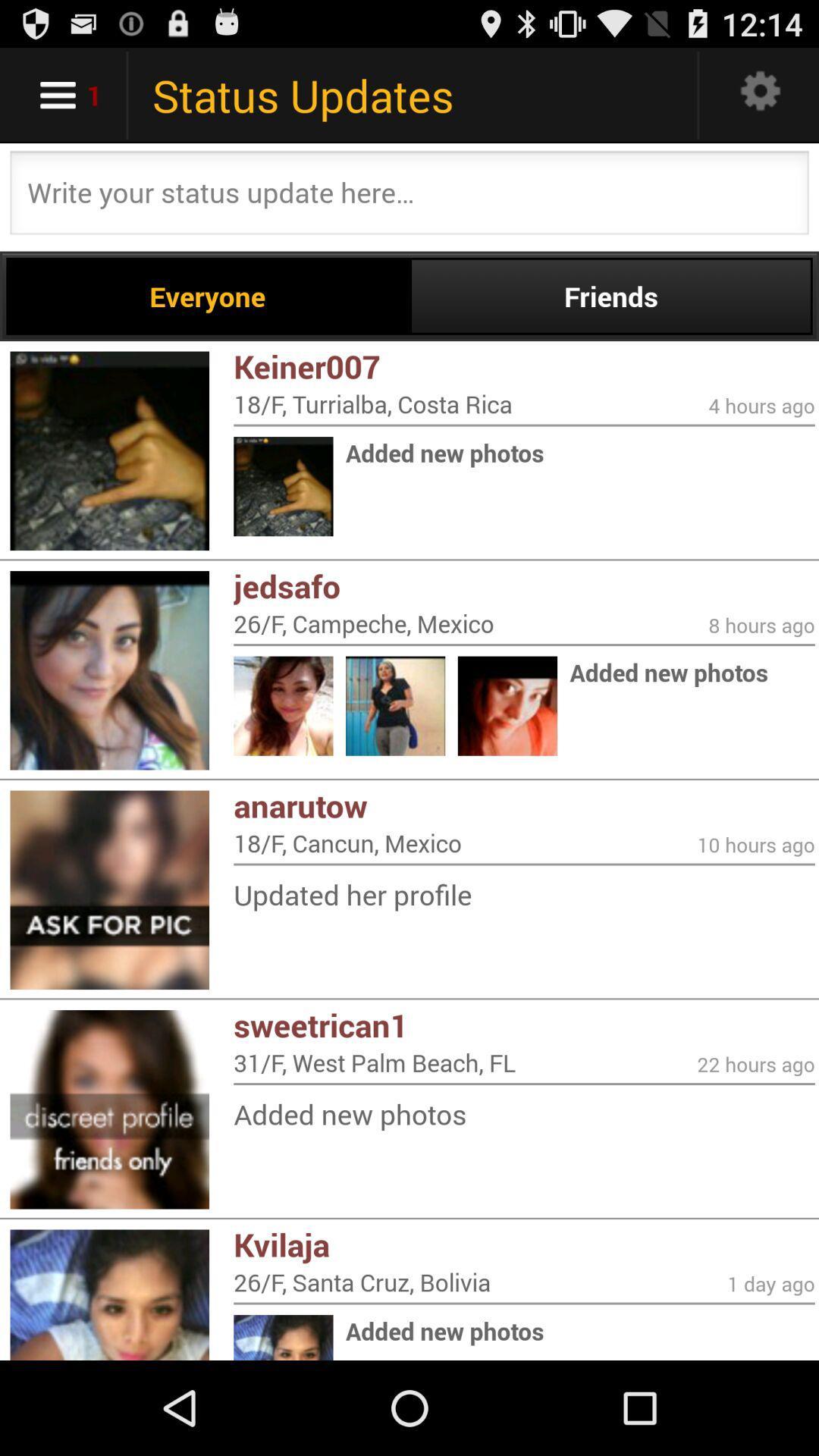  Describe the element at coordinates (523, 366) in the screenshot. I see `app above 18 f turrialba item` at that location.